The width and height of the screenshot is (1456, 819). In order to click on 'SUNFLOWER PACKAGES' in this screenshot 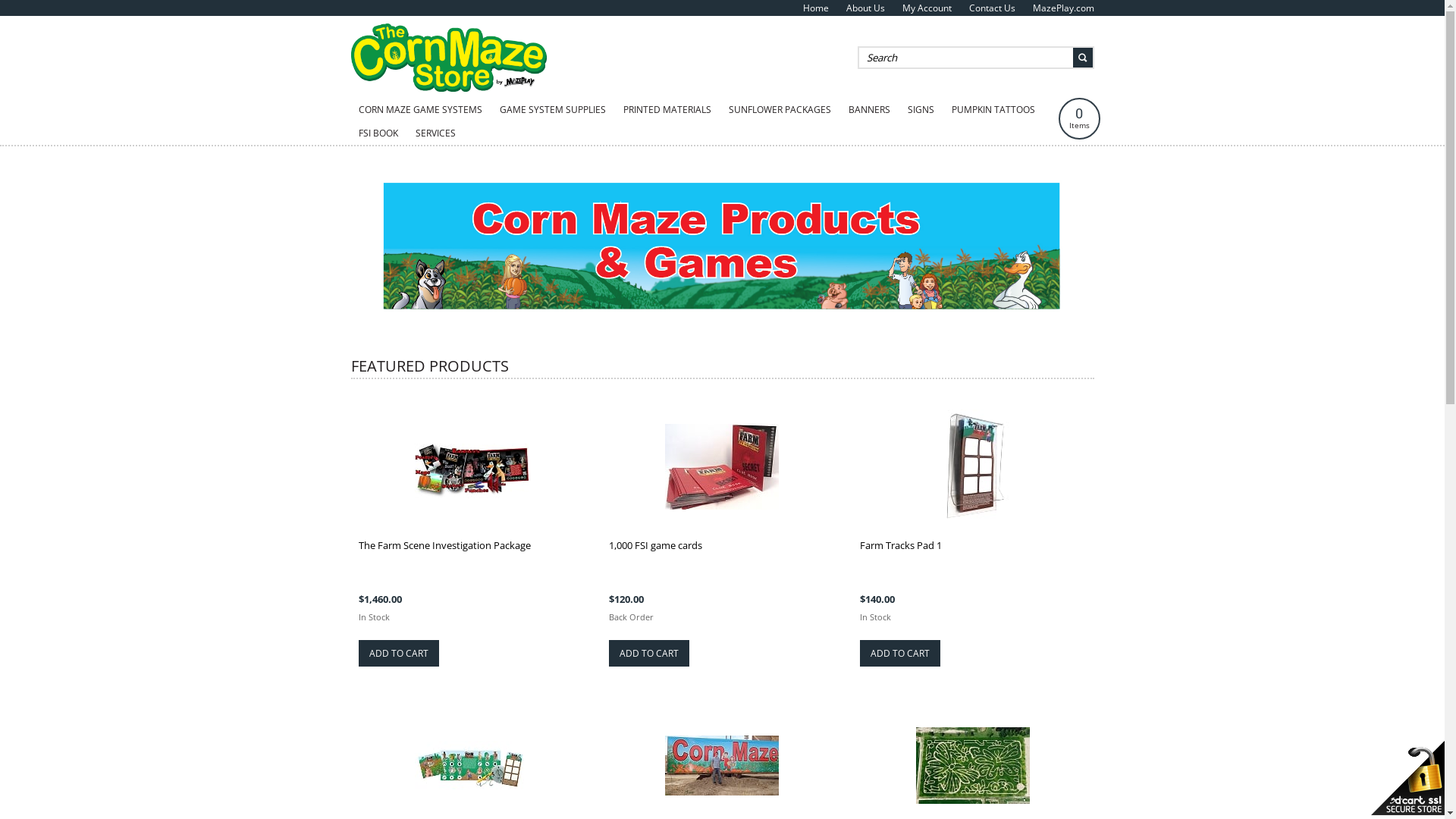, I will do `click(779, 109)`.